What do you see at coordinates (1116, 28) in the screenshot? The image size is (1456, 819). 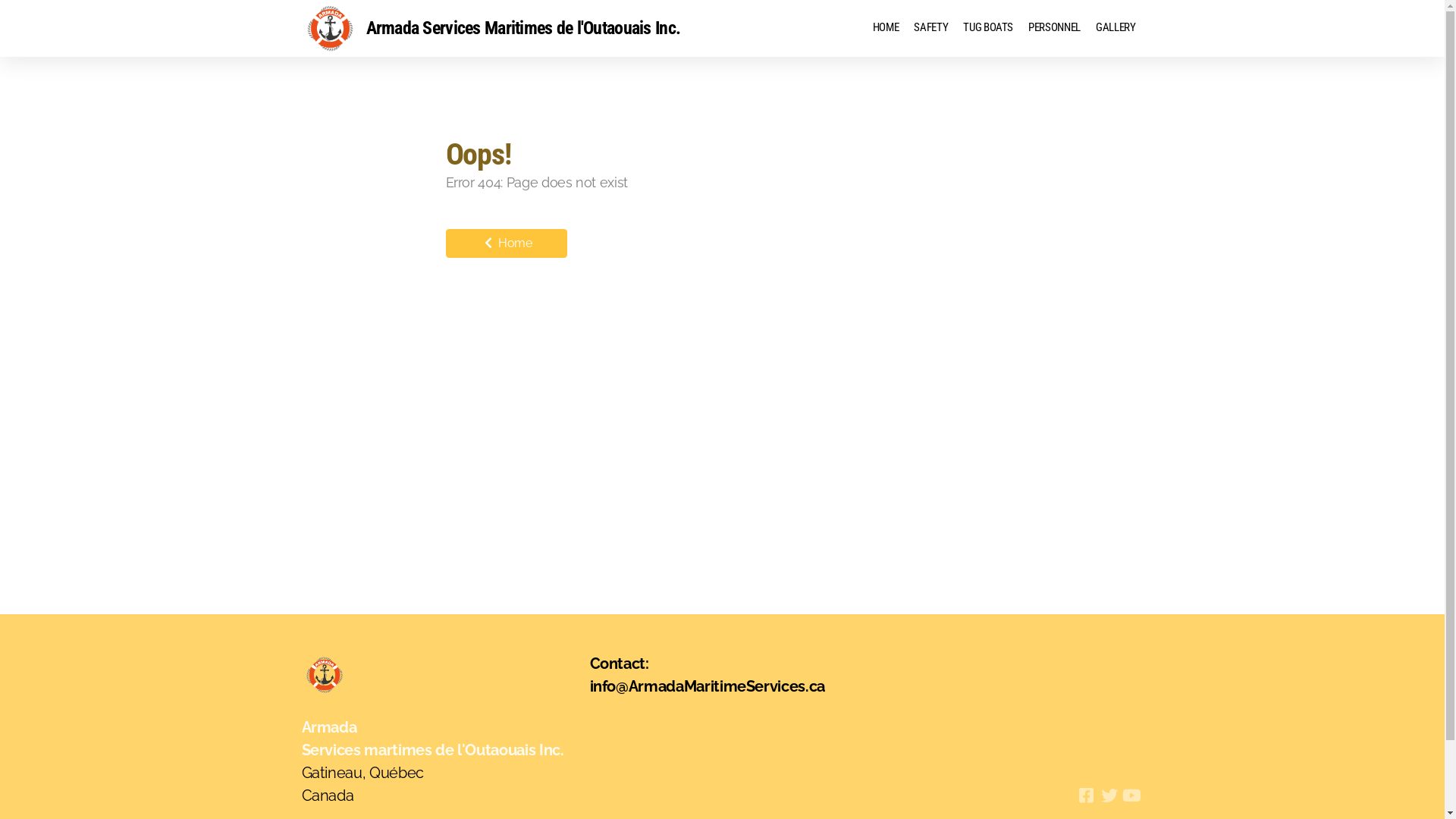 I see `'GALLERY'` at bounding box center [1116, 28].